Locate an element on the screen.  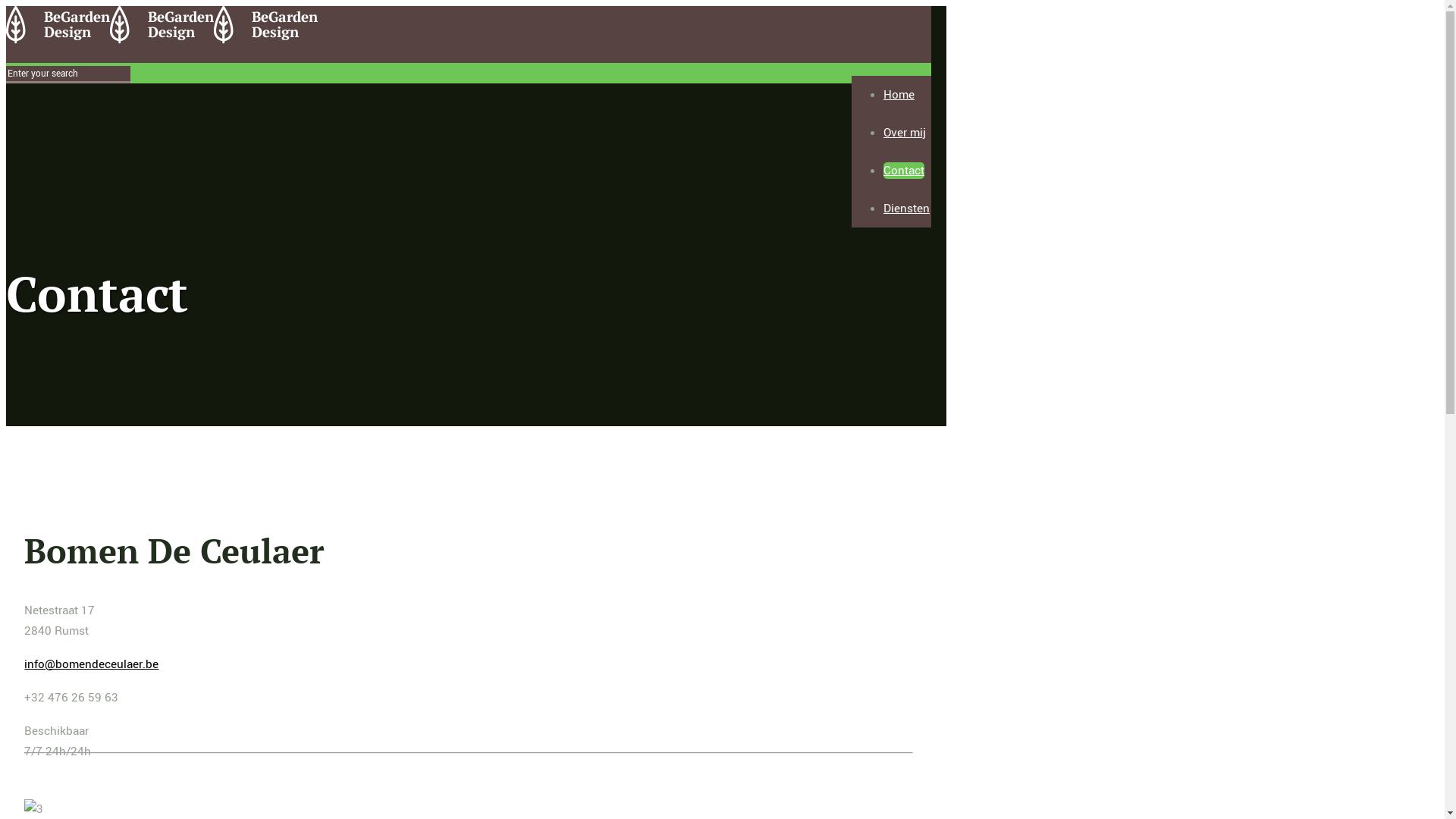
'Contact' is located at coordinates (903, 170).